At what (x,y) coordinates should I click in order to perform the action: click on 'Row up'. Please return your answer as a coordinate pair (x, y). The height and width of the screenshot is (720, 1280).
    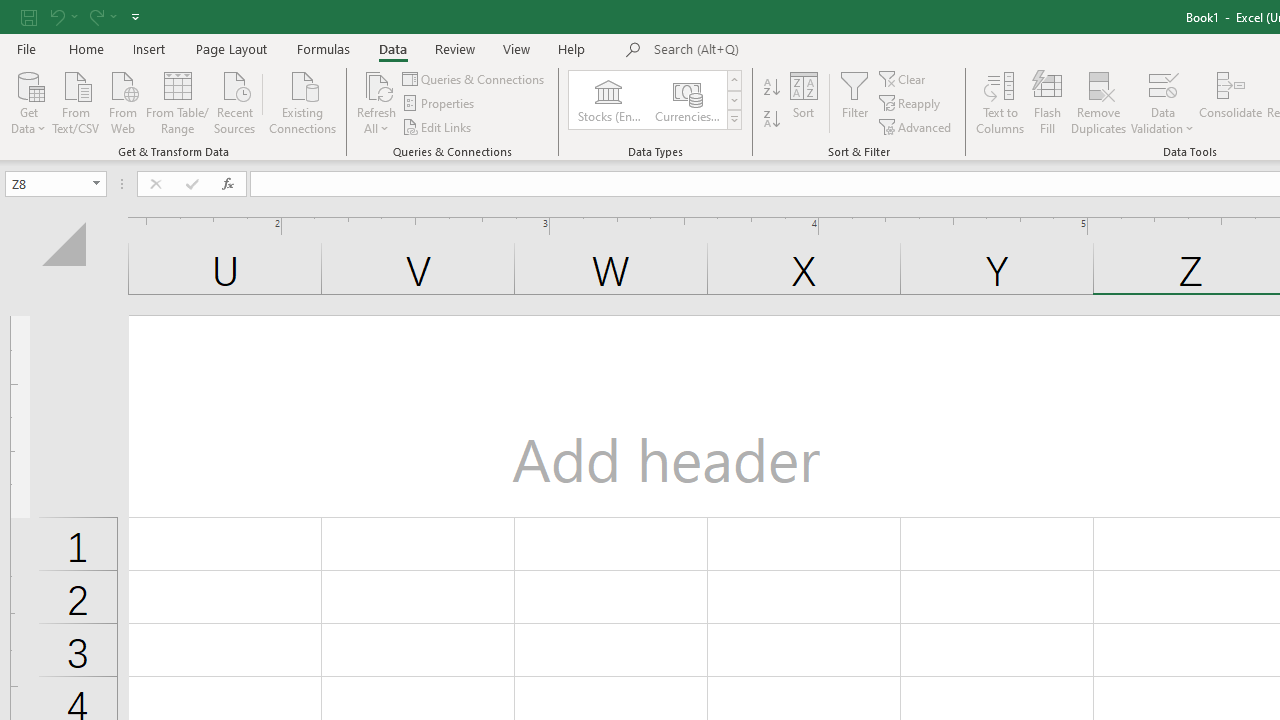
    Looking at the image, I should click on (733, 79).